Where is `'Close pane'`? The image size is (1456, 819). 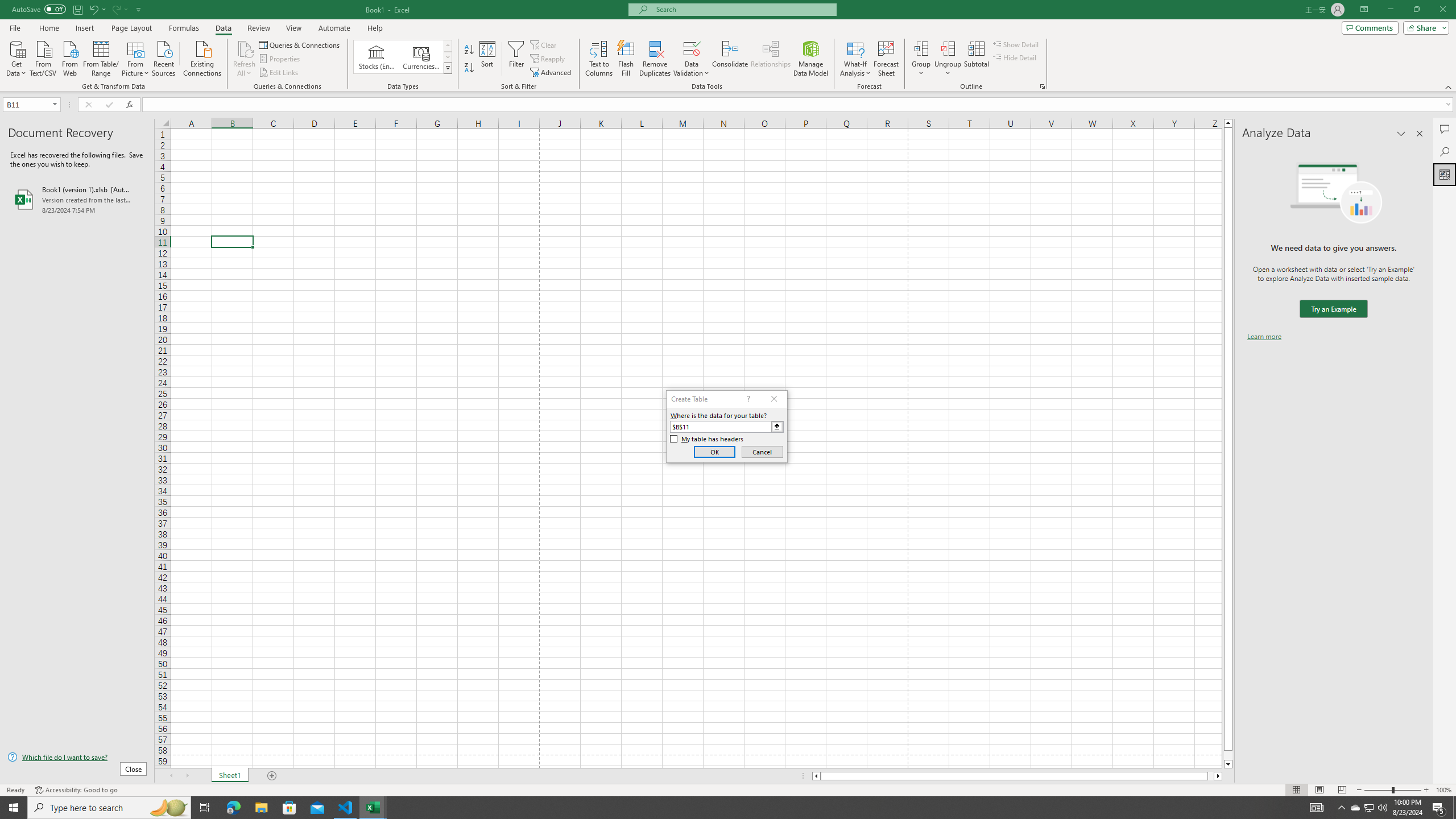 'Close pane' is located at coordinates (1419, 133).